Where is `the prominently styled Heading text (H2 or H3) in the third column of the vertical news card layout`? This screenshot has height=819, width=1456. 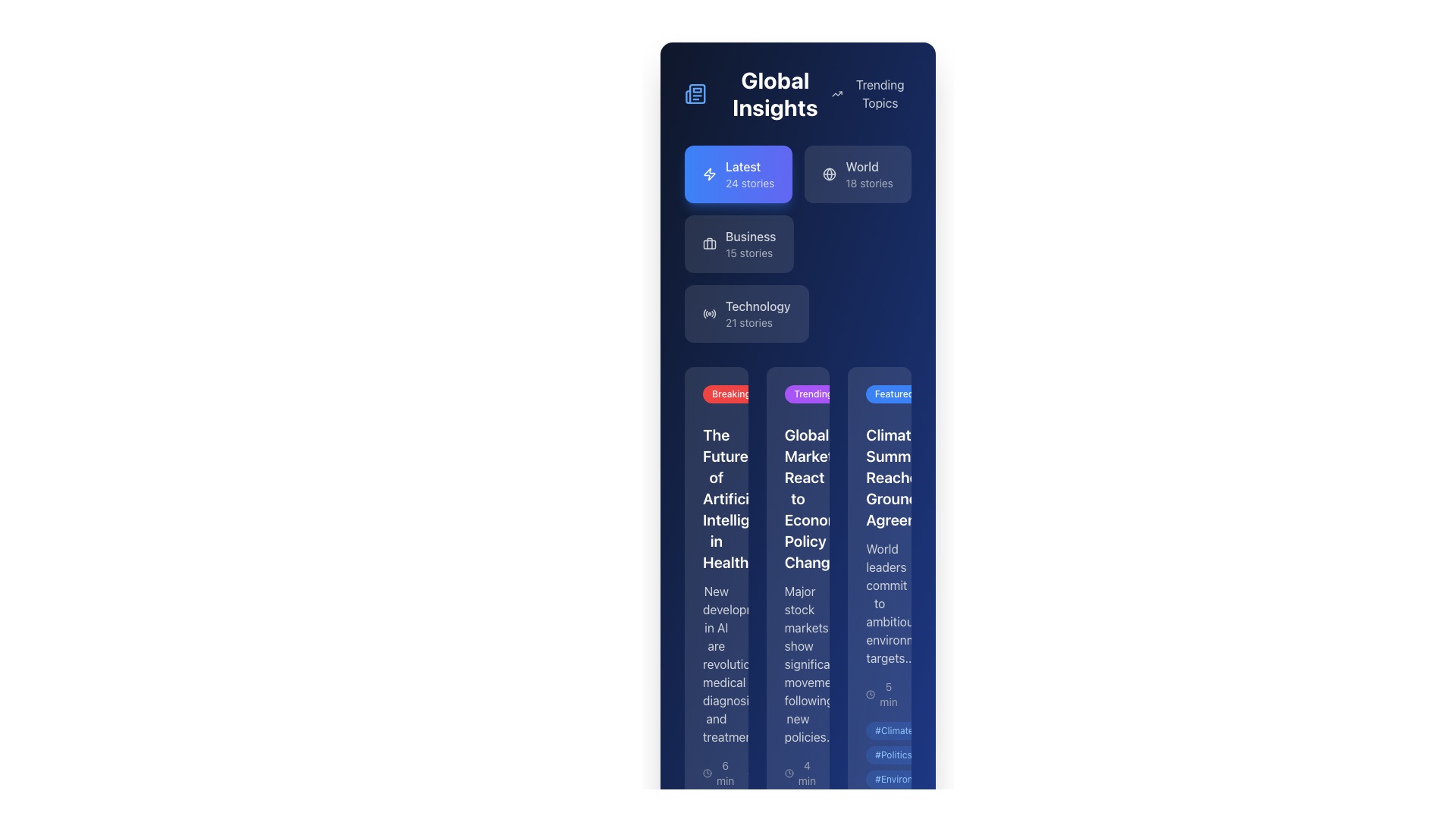
the prominently styled Heading text (H2 or H3) in the third column of the vertical news card layout is located at coordinates (880, 476).